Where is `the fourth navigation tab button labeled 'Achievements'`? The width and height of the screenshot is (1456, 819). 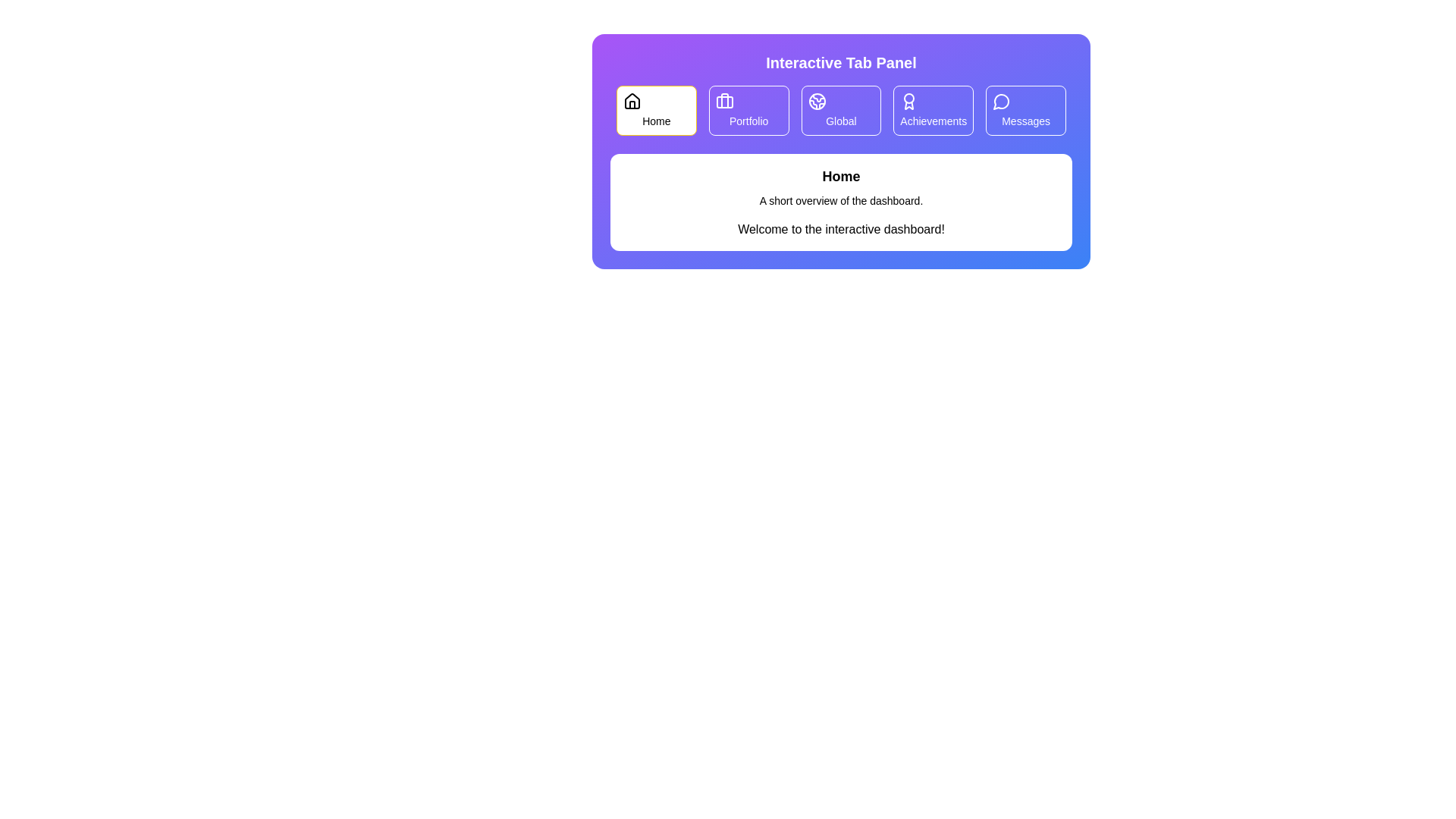
the fourth navigation tab button labeled 'Achievements' is located at coordinates (933, 110).